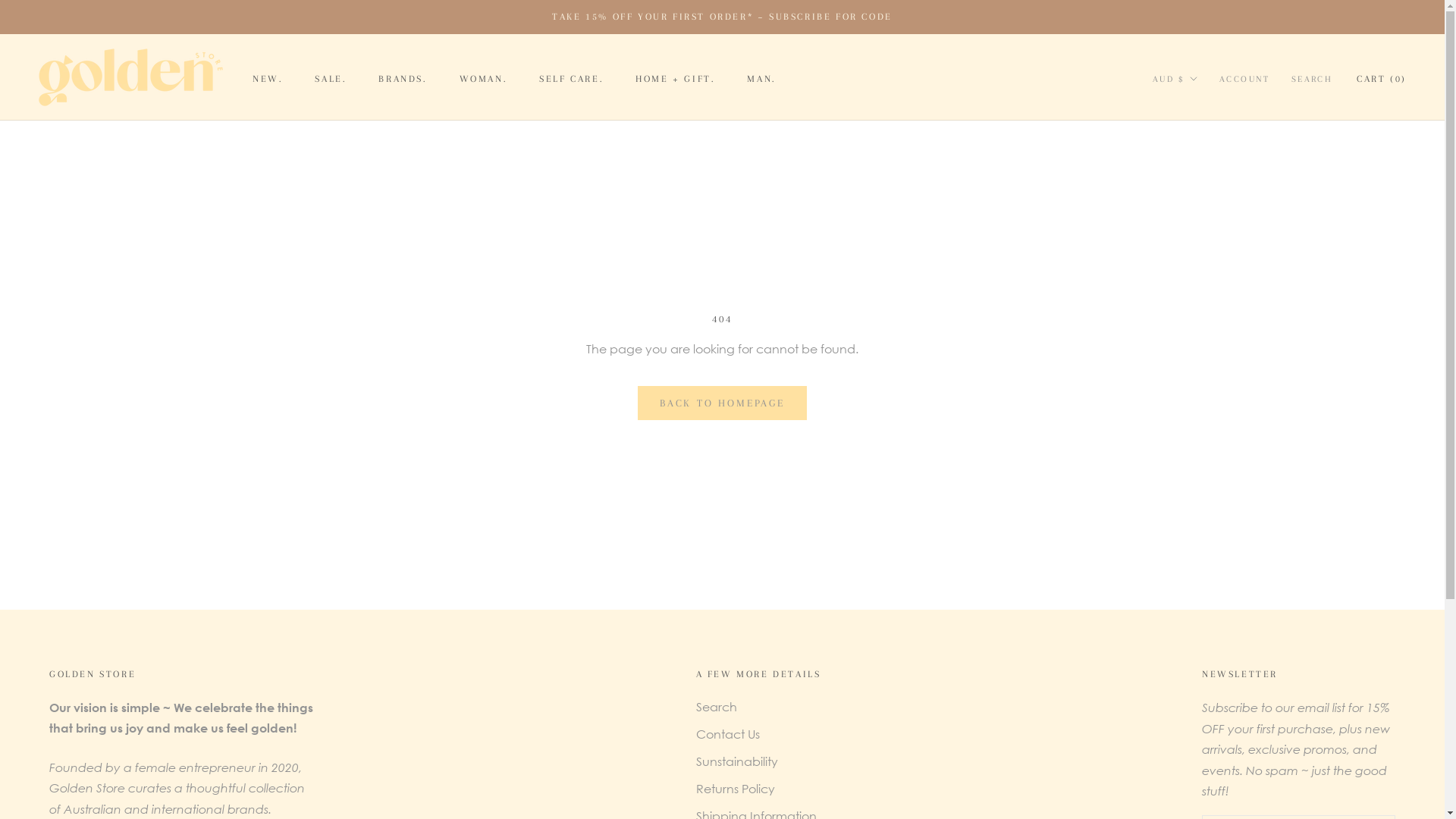 The width and height of the screenshot is (1456, 819). Describe the element at coordinates (1192, 112) in the screenshot. I see `'AUD'` at that location.